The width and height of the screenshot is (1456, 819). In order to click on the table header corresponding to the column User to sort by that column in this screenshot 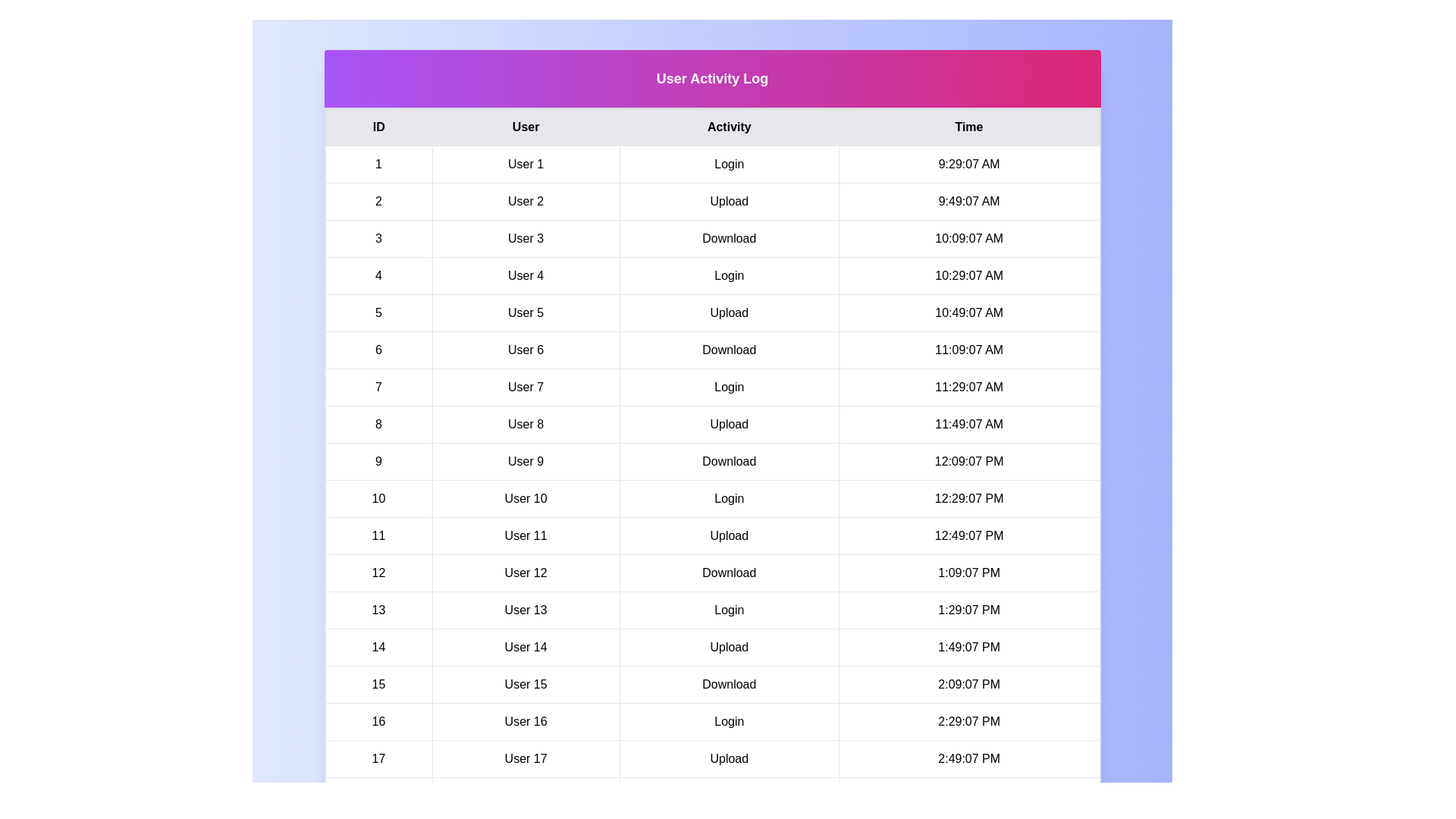, I will do `click(526, 127)`.